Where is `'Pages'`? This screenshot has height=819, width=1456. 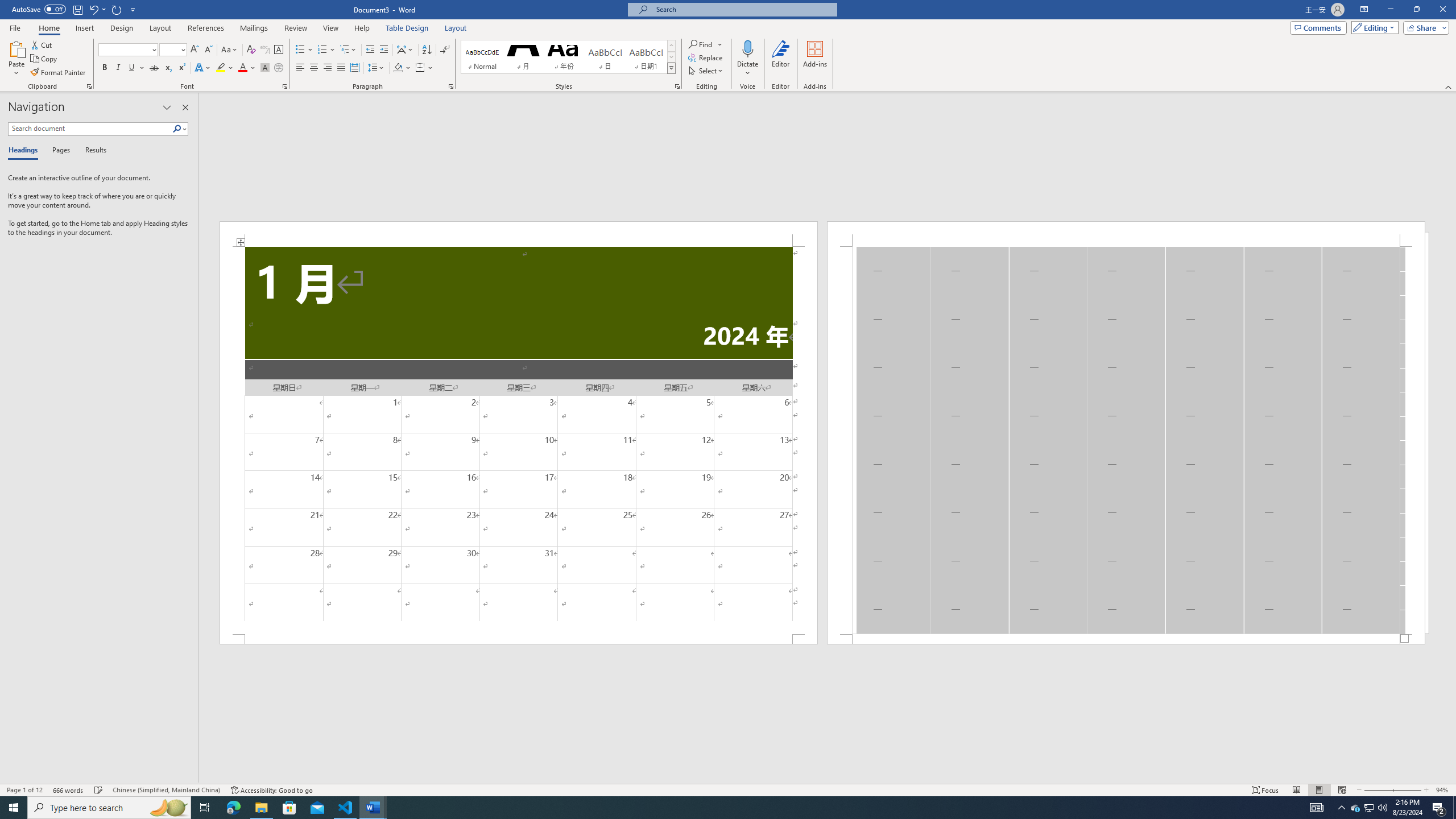 'Pages' is located at coordinates (59, 150).